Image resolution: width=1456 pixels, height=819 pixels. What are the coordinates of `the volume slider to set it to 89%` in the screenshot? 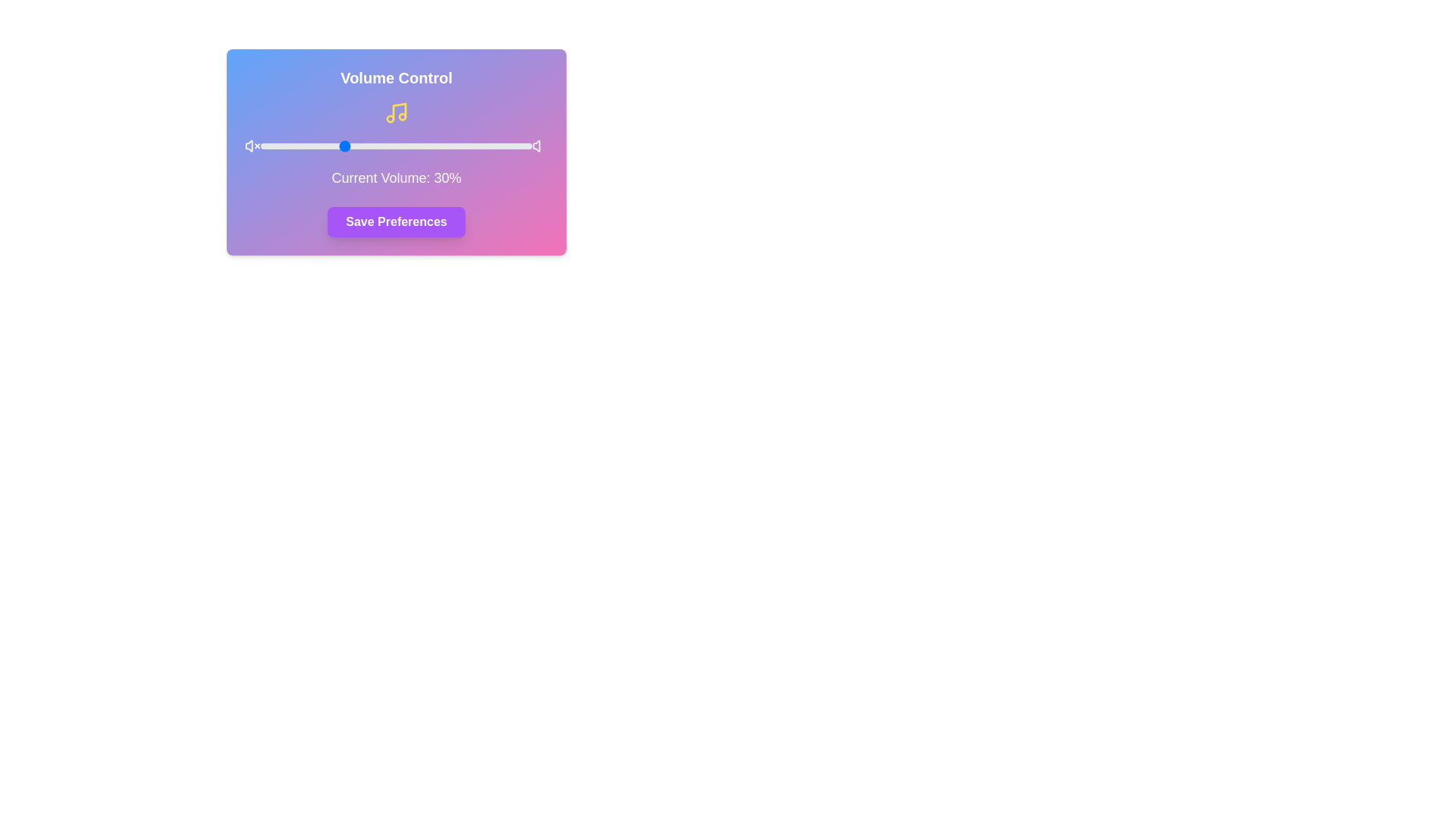 It's located at (501, 146).